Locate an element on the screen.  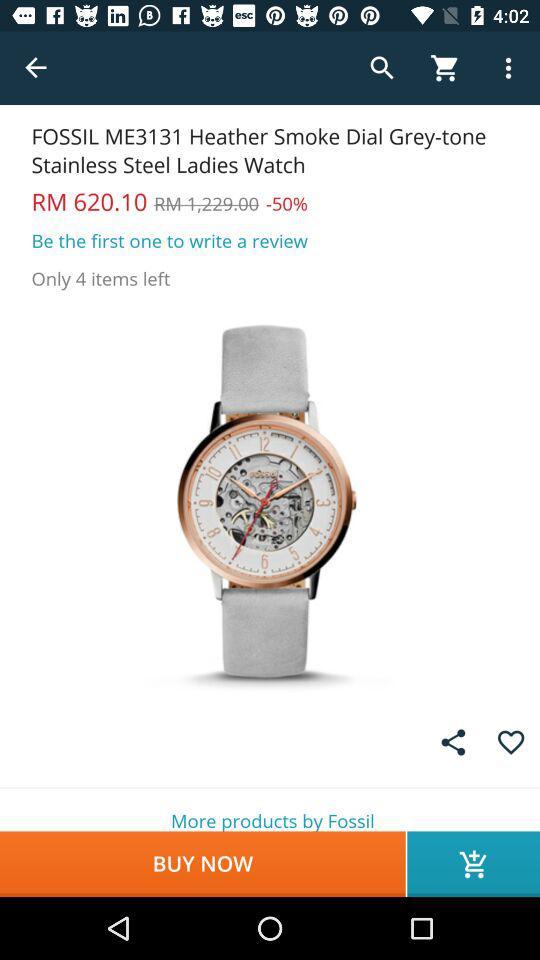
the item above the fossil me3131 heather item is located at coordinates (36, 68).